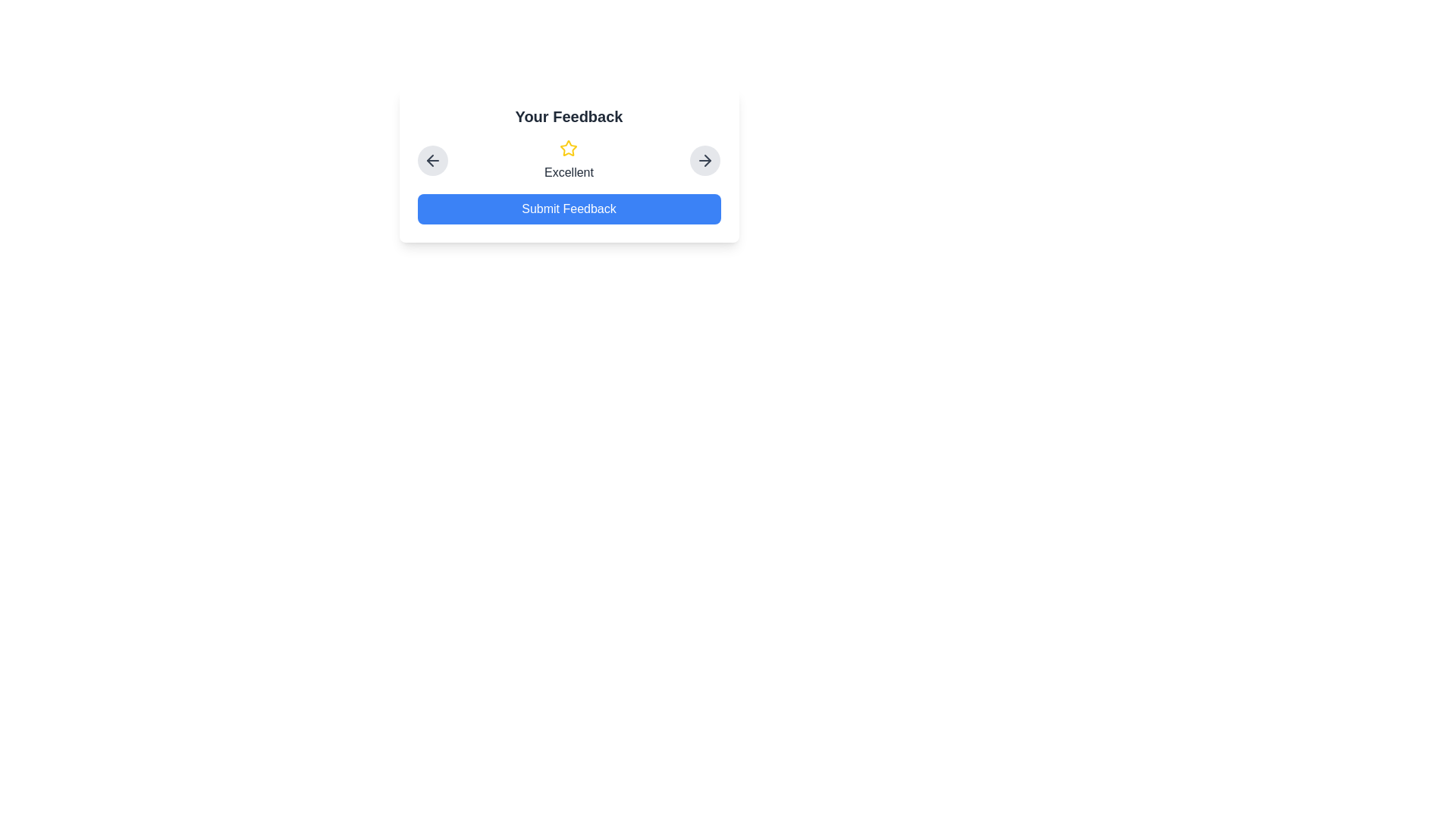  I want to click on the feedback submission button located at the bottom of the layout, below the text 'Excellent' and a star icon, to observe any hover effects, so click(568, 209).